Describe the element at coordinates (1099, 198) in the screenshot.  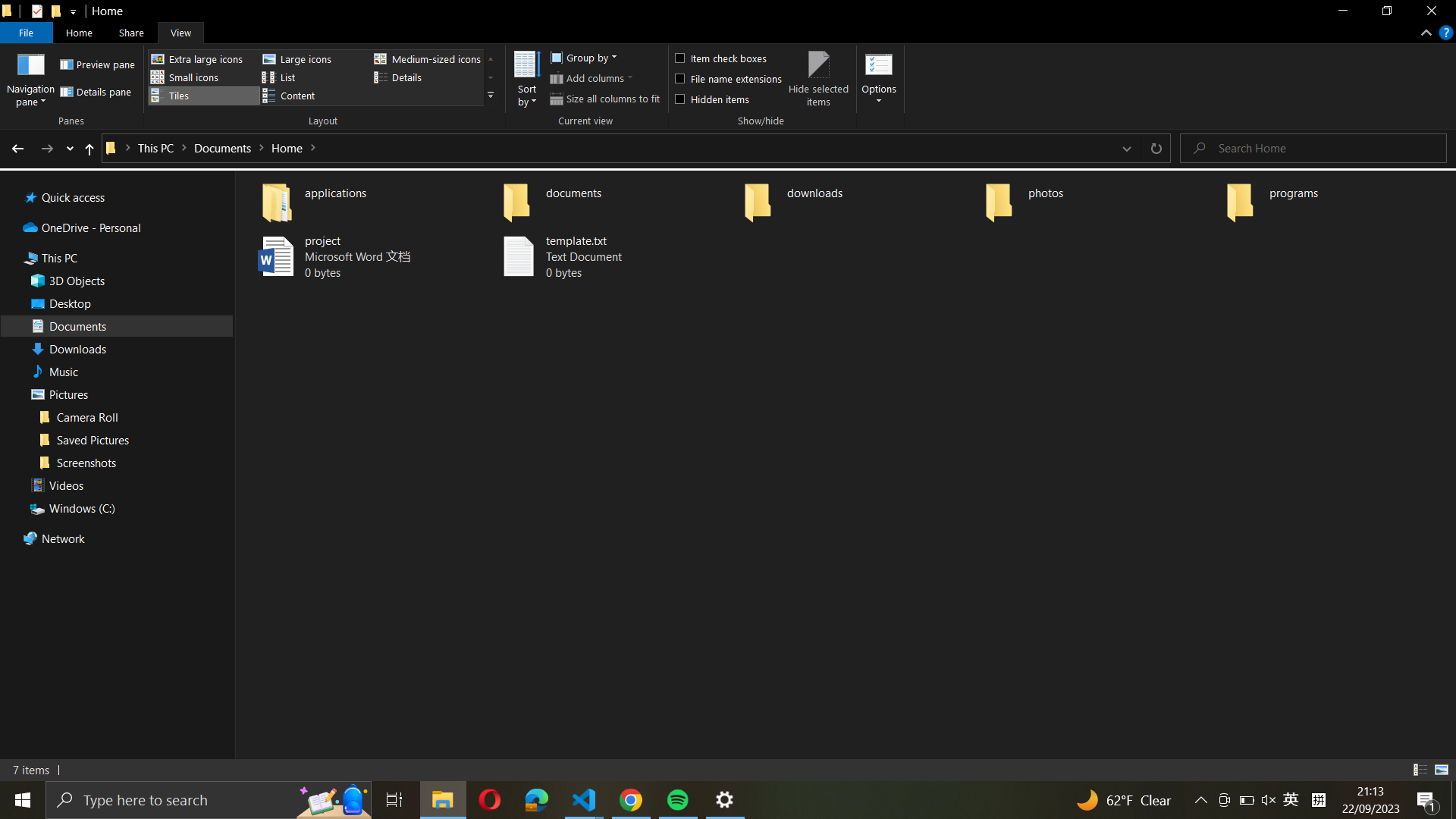
I see `the "photos" file and construct a new folder labelled "vacation"` at that location.